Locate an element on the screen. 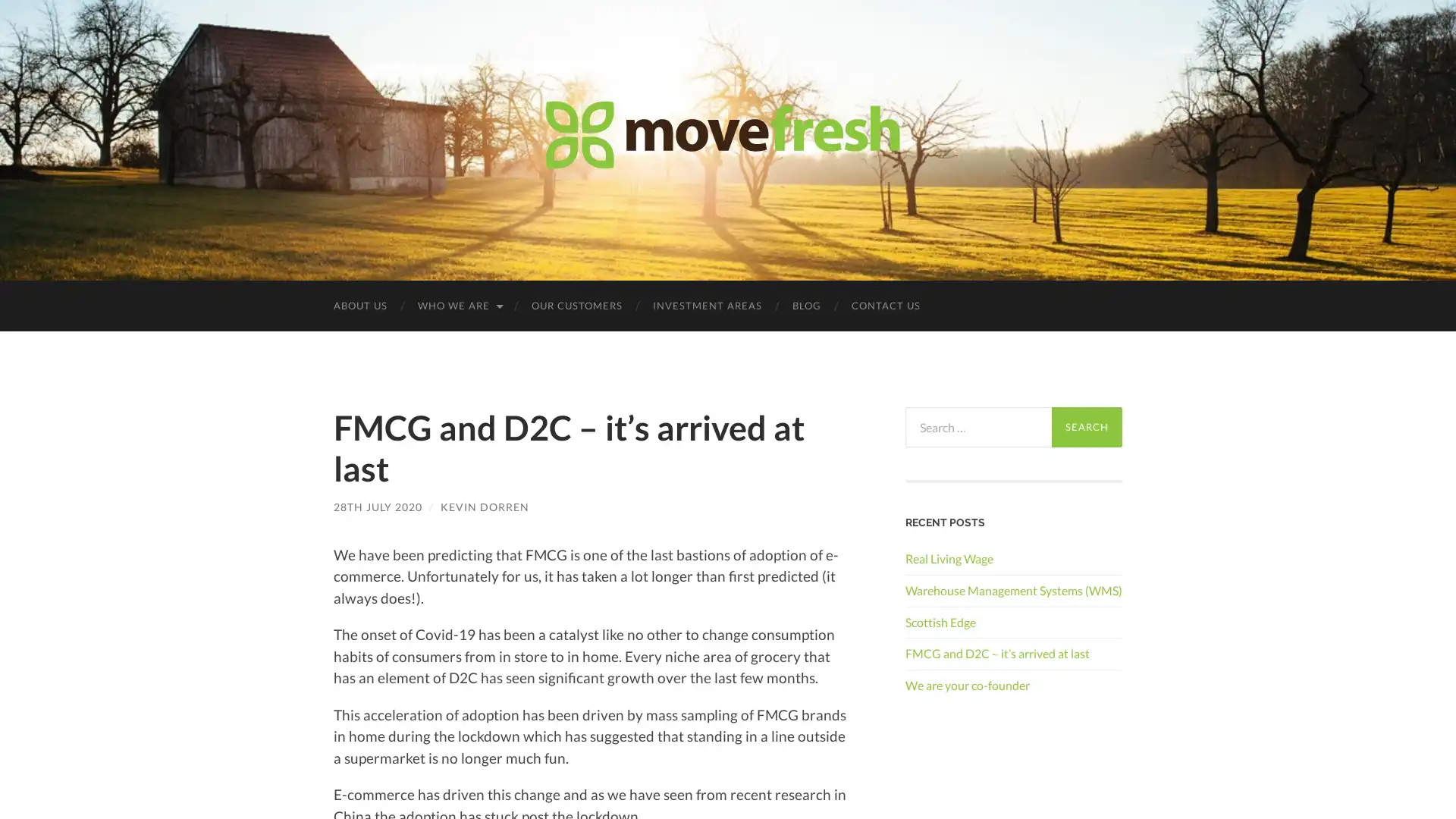 This screenshot has width=1456, height=819. Search is located at coordinates (1086, 427).